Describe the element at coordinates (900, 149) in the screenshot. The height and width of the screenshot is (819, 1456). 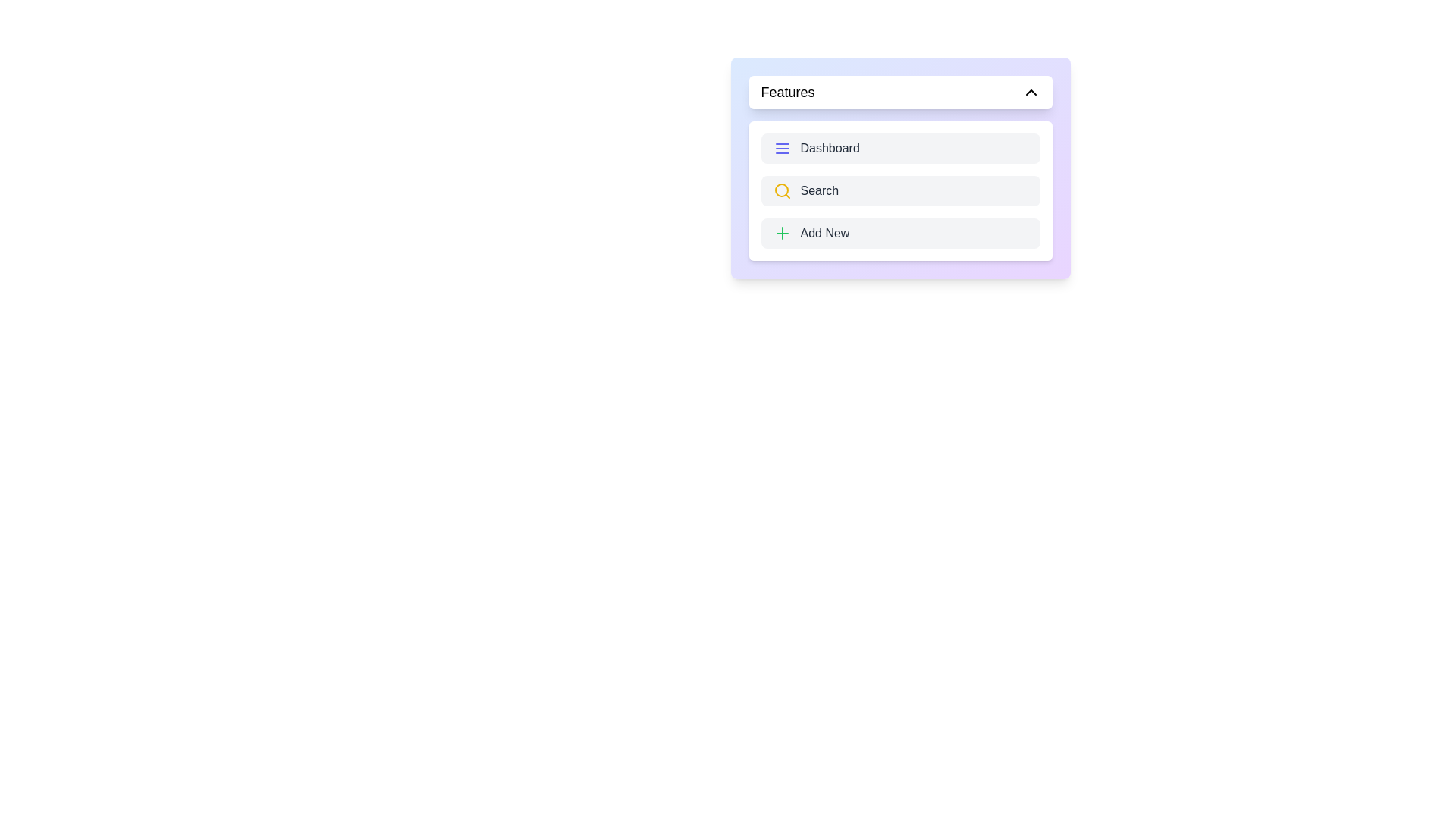
I see `the 'Dashboard' button to navigate to the Dashboard` at that location.